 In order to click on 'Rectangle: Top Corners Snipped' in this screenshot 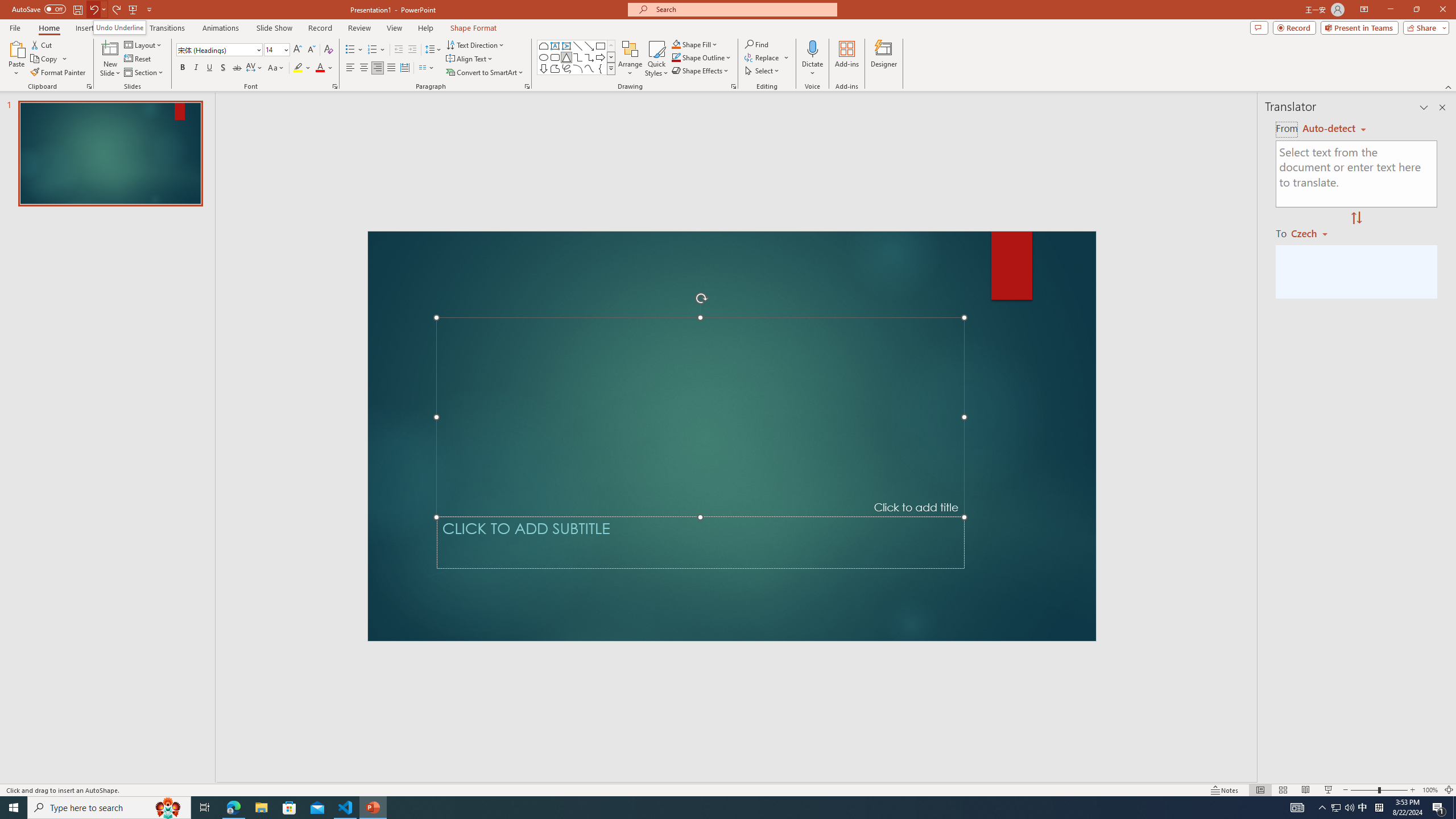, I will do `click(543, 45)`.